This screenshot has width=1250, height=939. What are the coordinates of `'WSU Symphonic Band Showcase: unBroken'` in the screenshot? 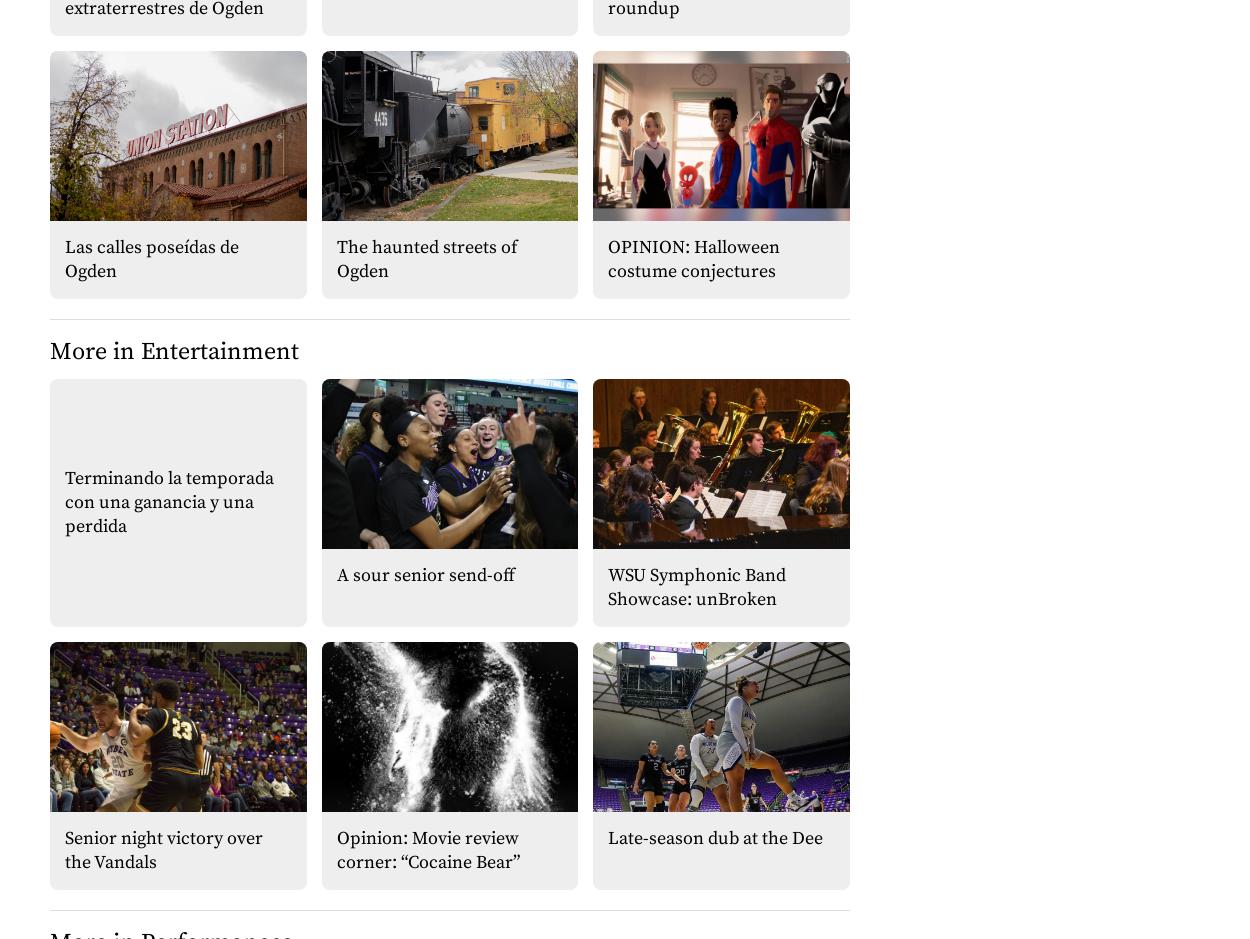 It's located at (696, 586).